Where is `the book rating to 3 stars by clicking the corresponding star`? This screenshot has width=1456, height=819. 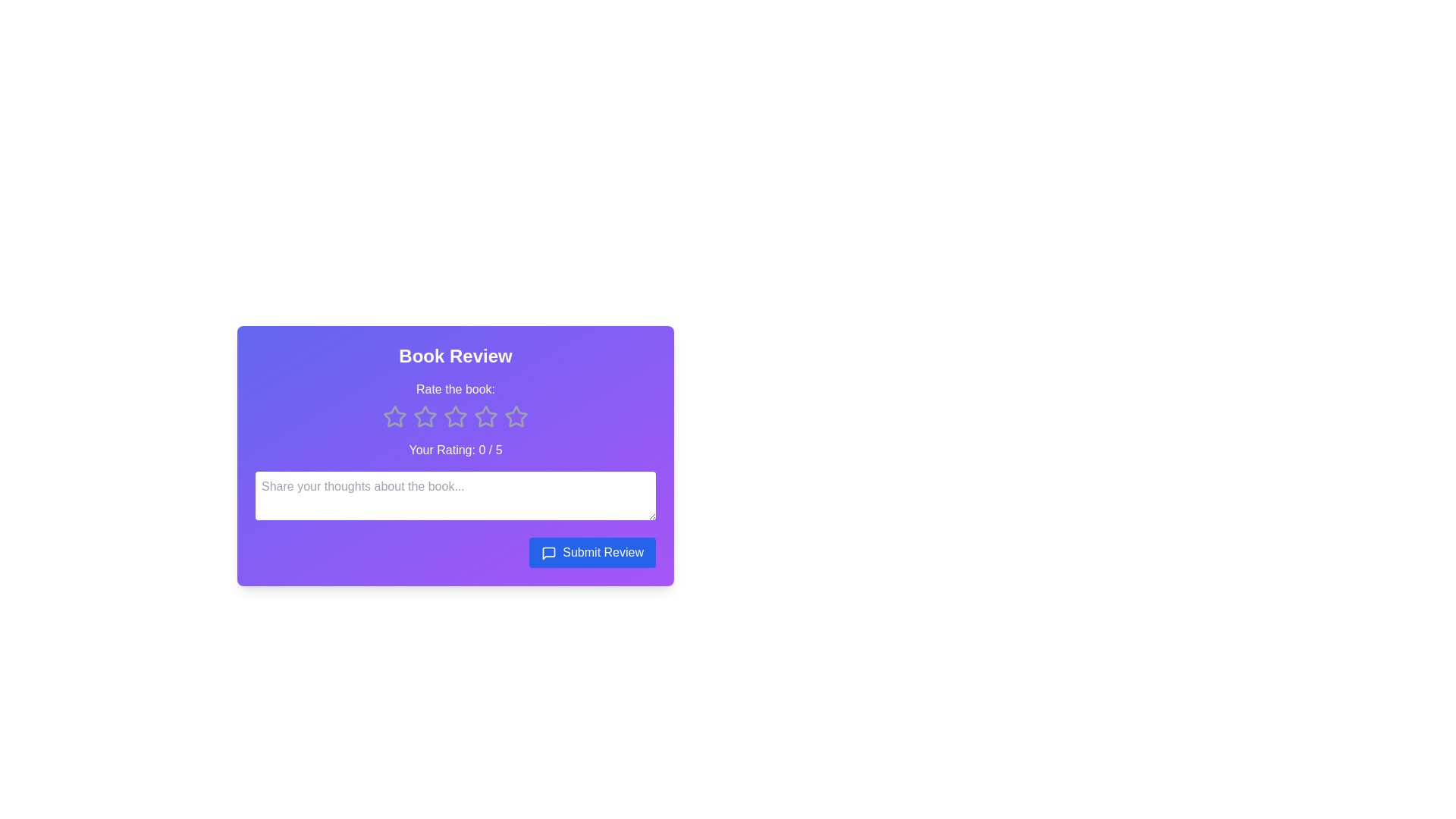 the book rating to 3 stars by clicking the corresponding star is located at coordinates (454, 417).